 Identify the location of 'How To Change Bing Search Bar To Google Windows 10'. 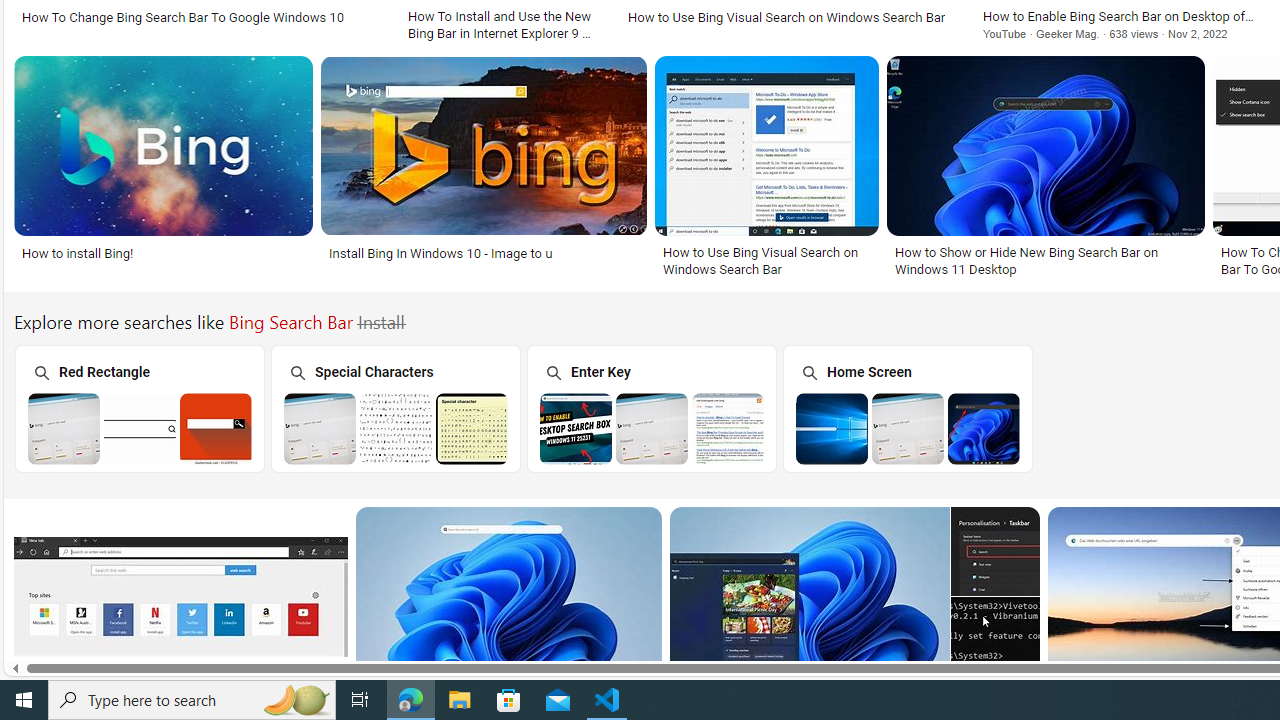
(202, 16).